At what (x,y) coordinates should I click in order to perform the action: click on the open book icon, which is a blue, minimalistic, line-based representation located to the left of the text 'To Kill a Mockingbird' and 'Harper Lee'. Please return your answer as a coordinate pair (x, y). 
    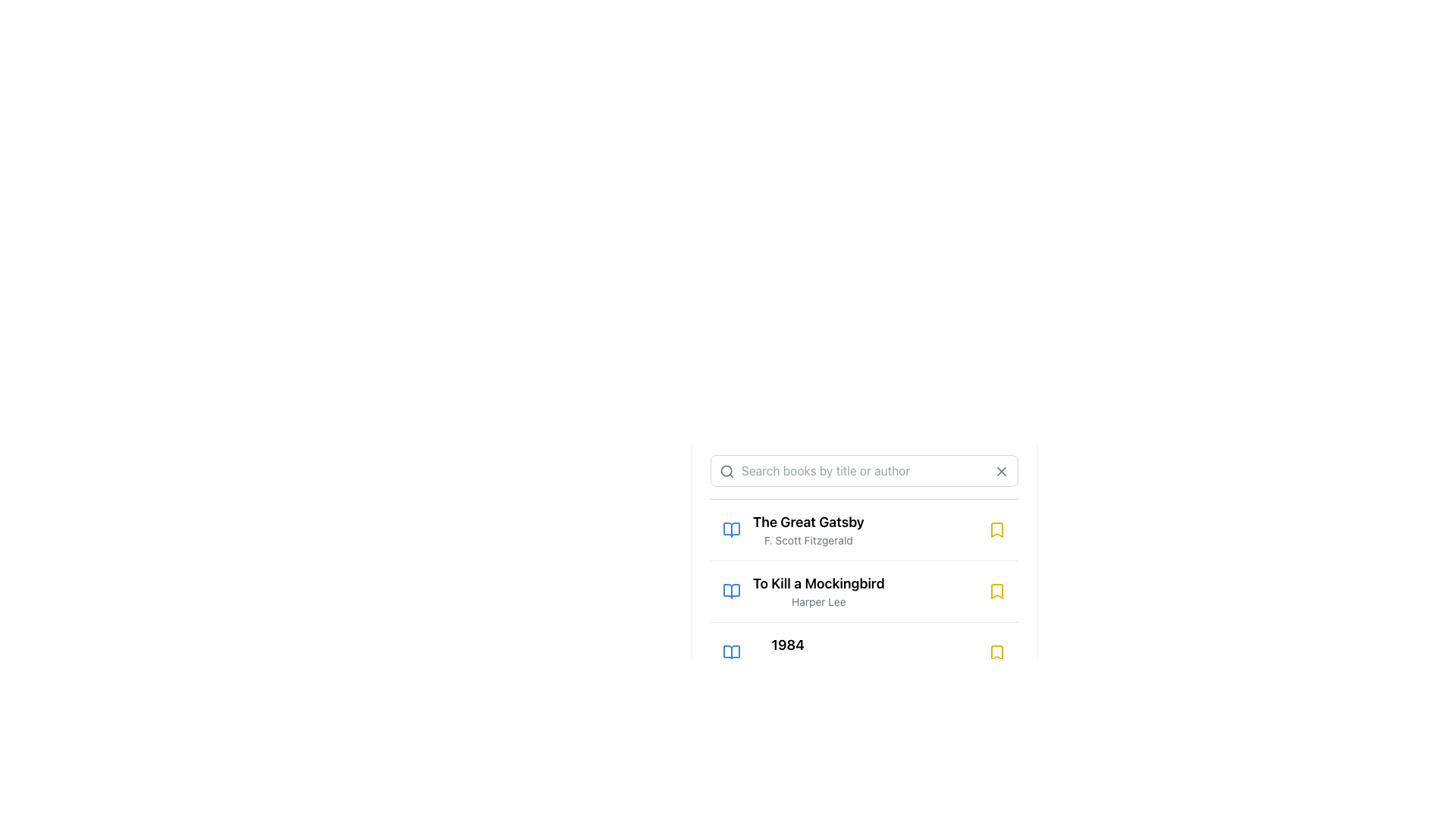
    Looking at the image, I should click on (731, 590).